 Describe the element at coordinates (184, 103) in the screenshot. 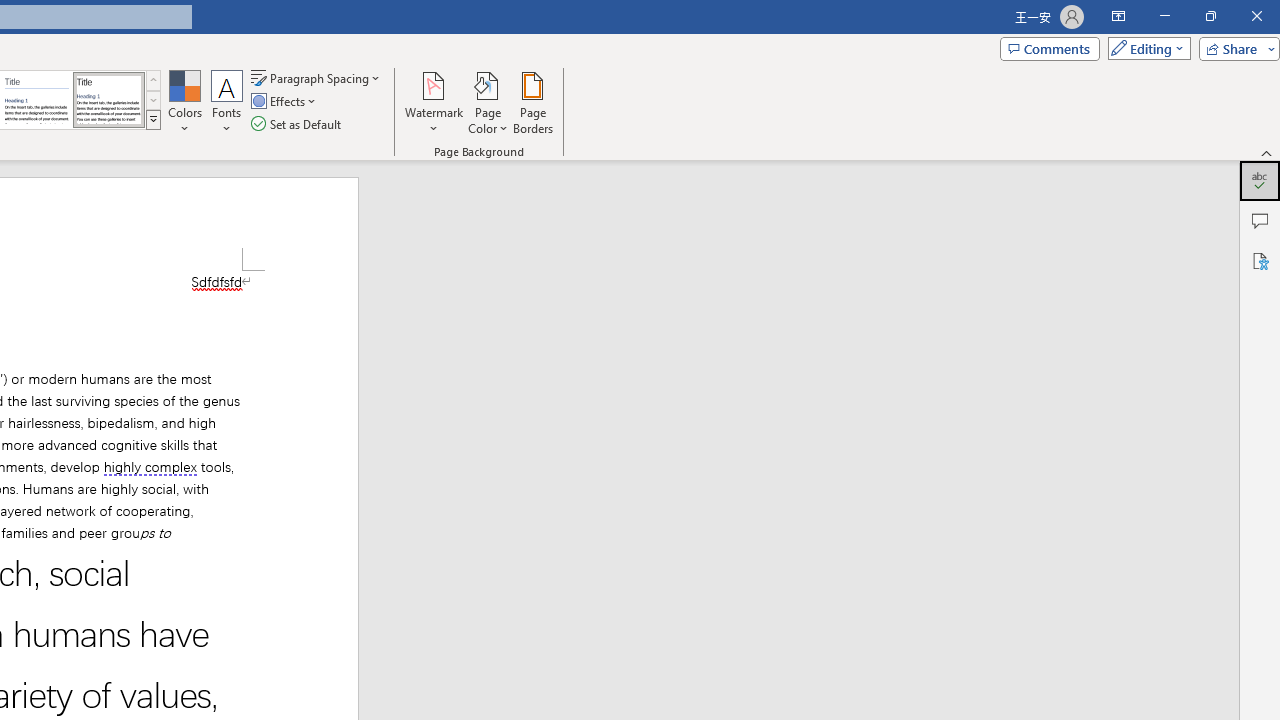

I see `'Colors'` at that location.